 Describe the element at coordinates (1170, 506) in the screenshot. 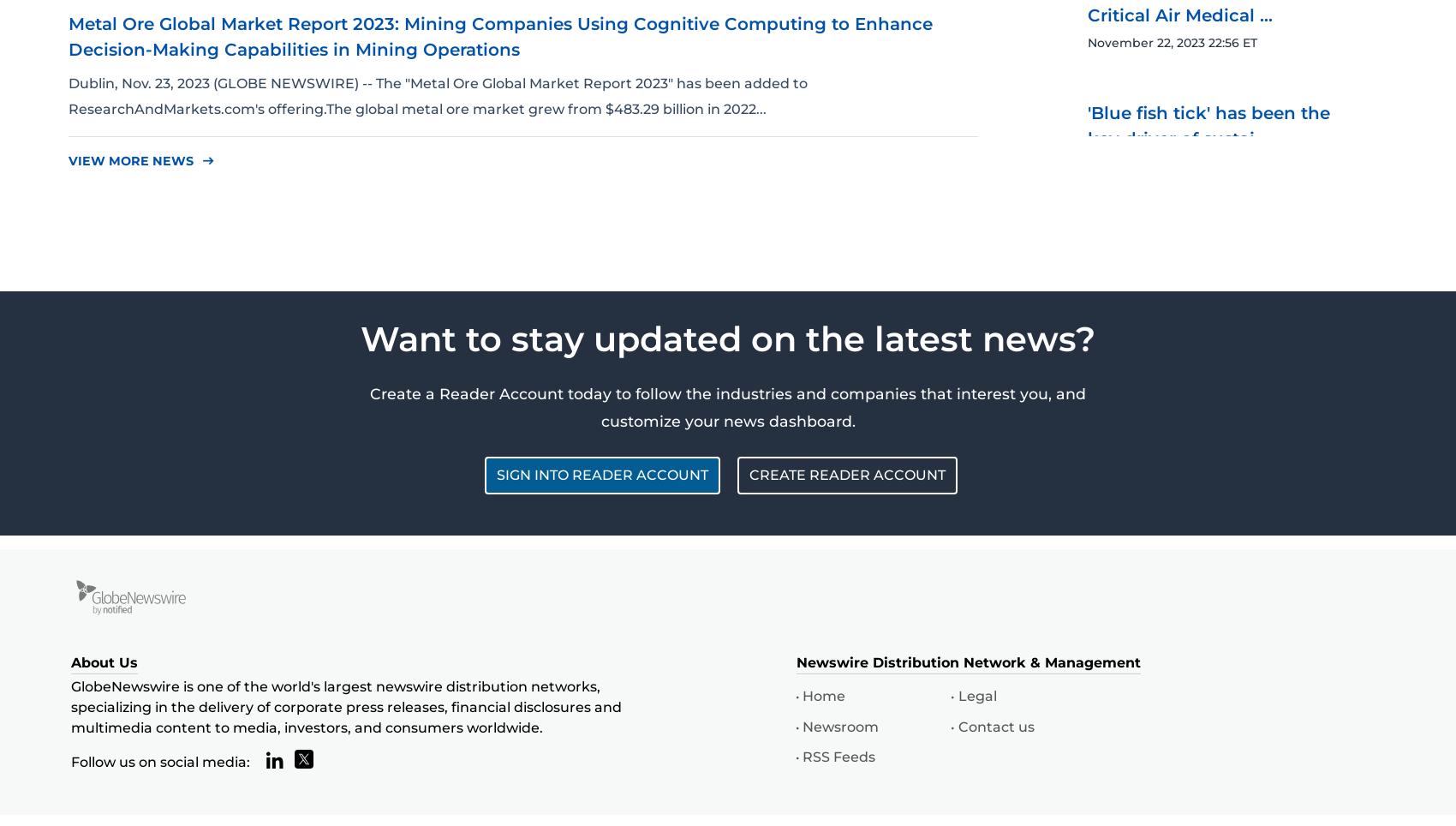

I see `'November 22, 2023 19:16 ET'` at that location.